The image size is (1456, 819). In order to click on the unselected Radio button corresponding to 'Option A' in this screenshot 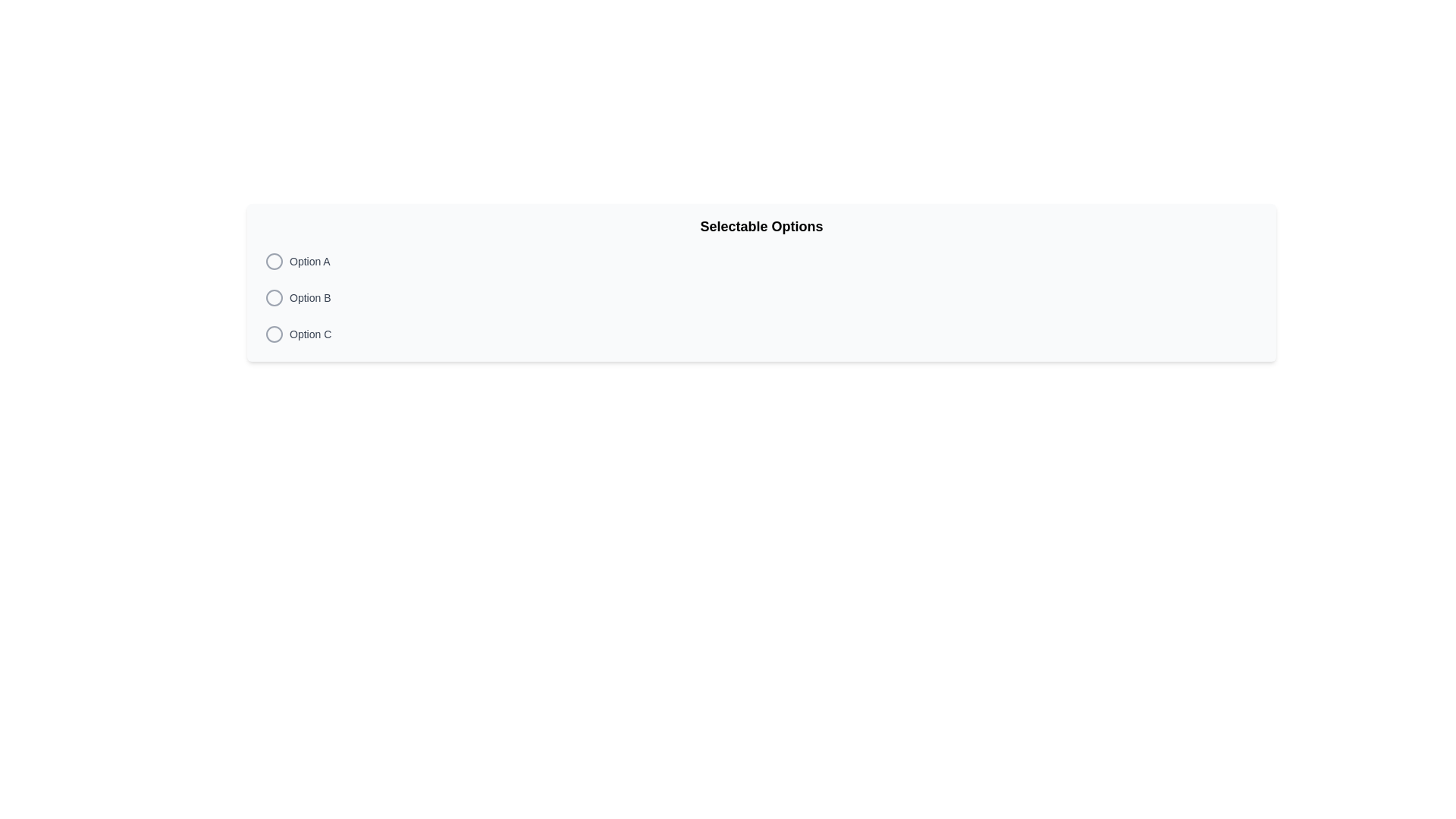, I will do `click(274, 260)`.